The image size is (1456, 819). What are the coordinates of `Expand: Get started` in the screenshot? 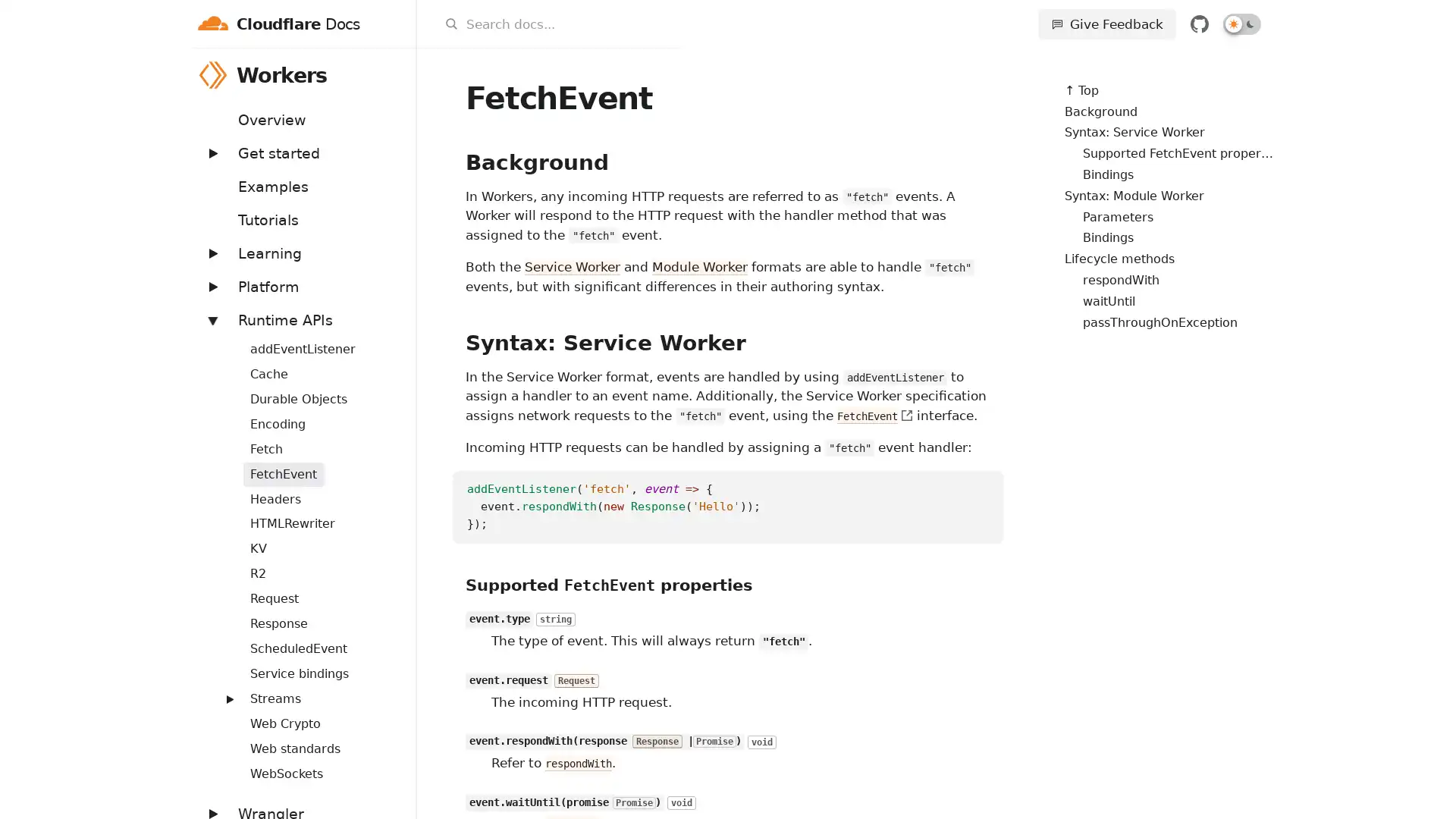 It's located at (211, 152).